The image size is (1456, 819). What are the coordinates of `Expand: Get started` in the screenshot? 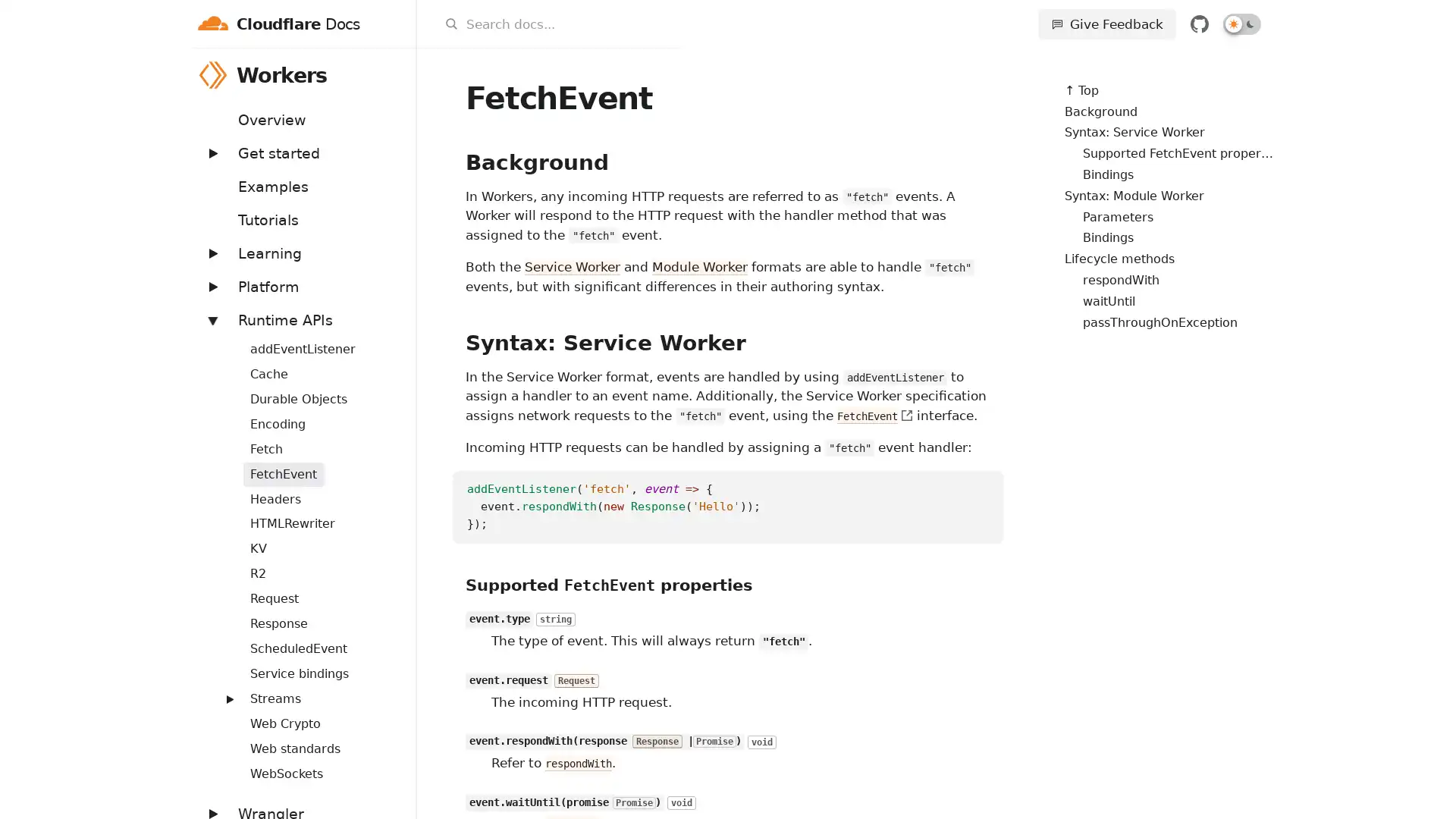 It's located at (211, 152).